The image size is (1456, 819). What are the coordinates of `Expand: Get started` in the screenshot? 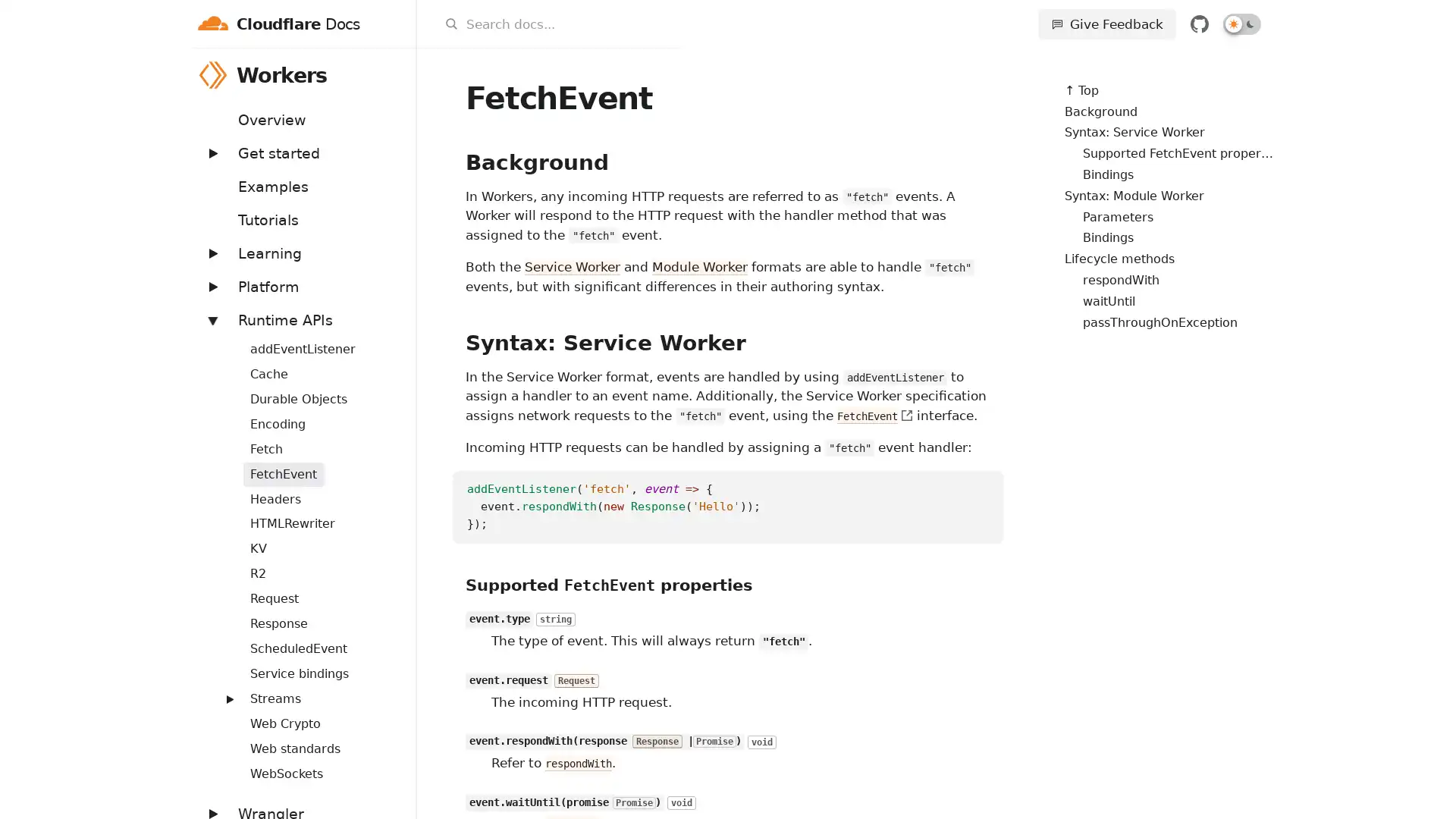 It's located at (211, 152).